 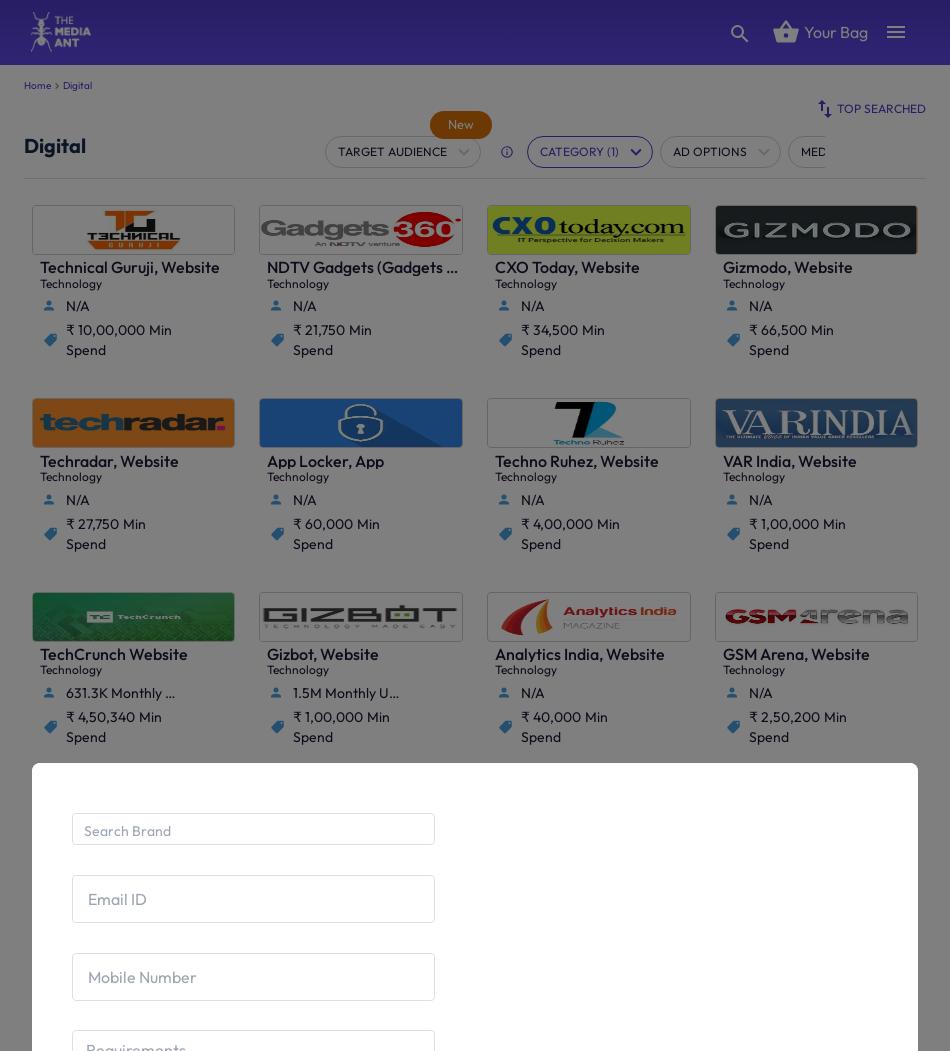 I want to click on 'BGR, Website', so click(x=543, y=847).